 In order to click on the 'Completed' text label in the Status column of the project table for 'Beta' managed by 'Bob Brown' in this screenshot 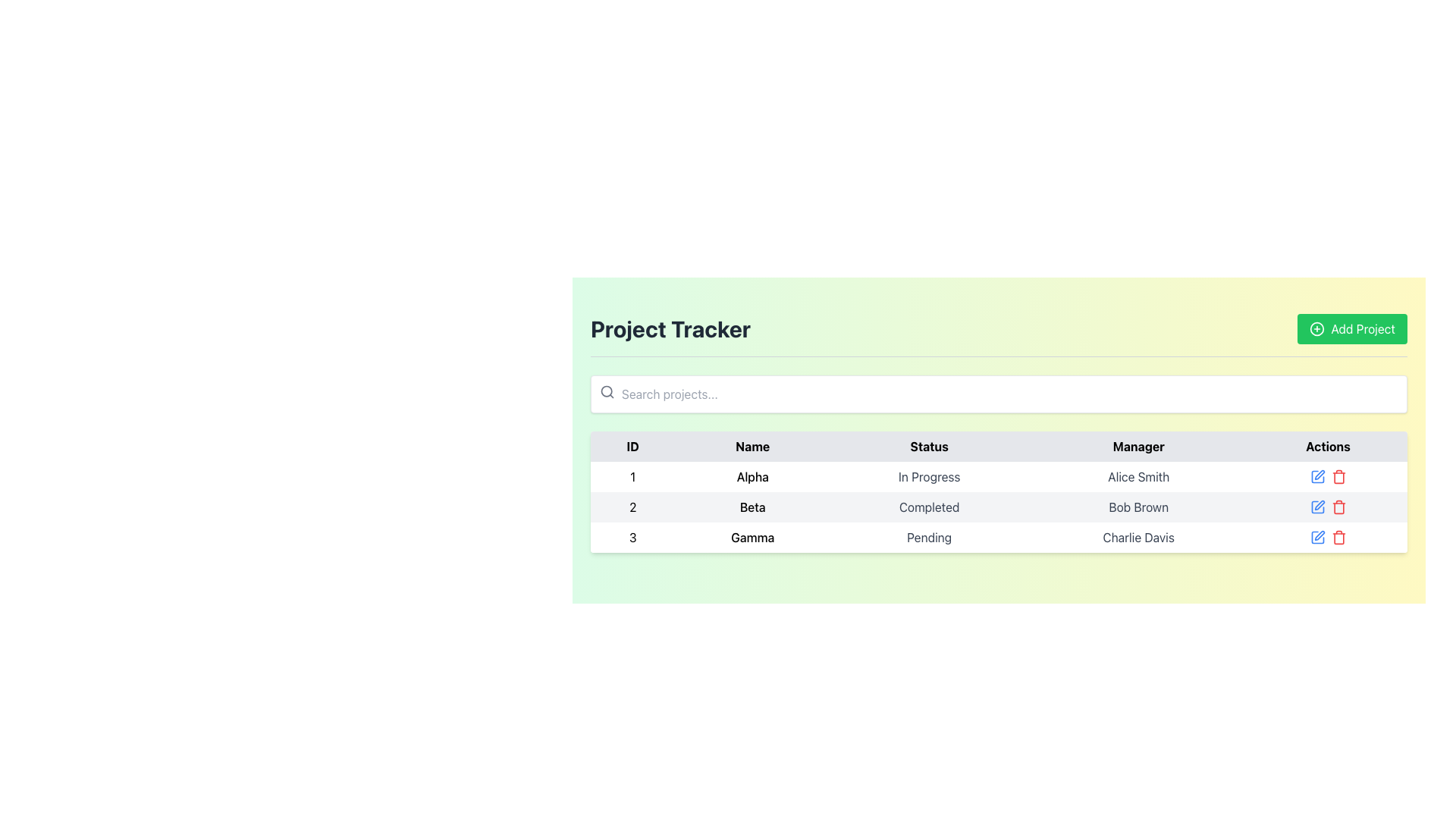, I will do `click(928, 507)`.